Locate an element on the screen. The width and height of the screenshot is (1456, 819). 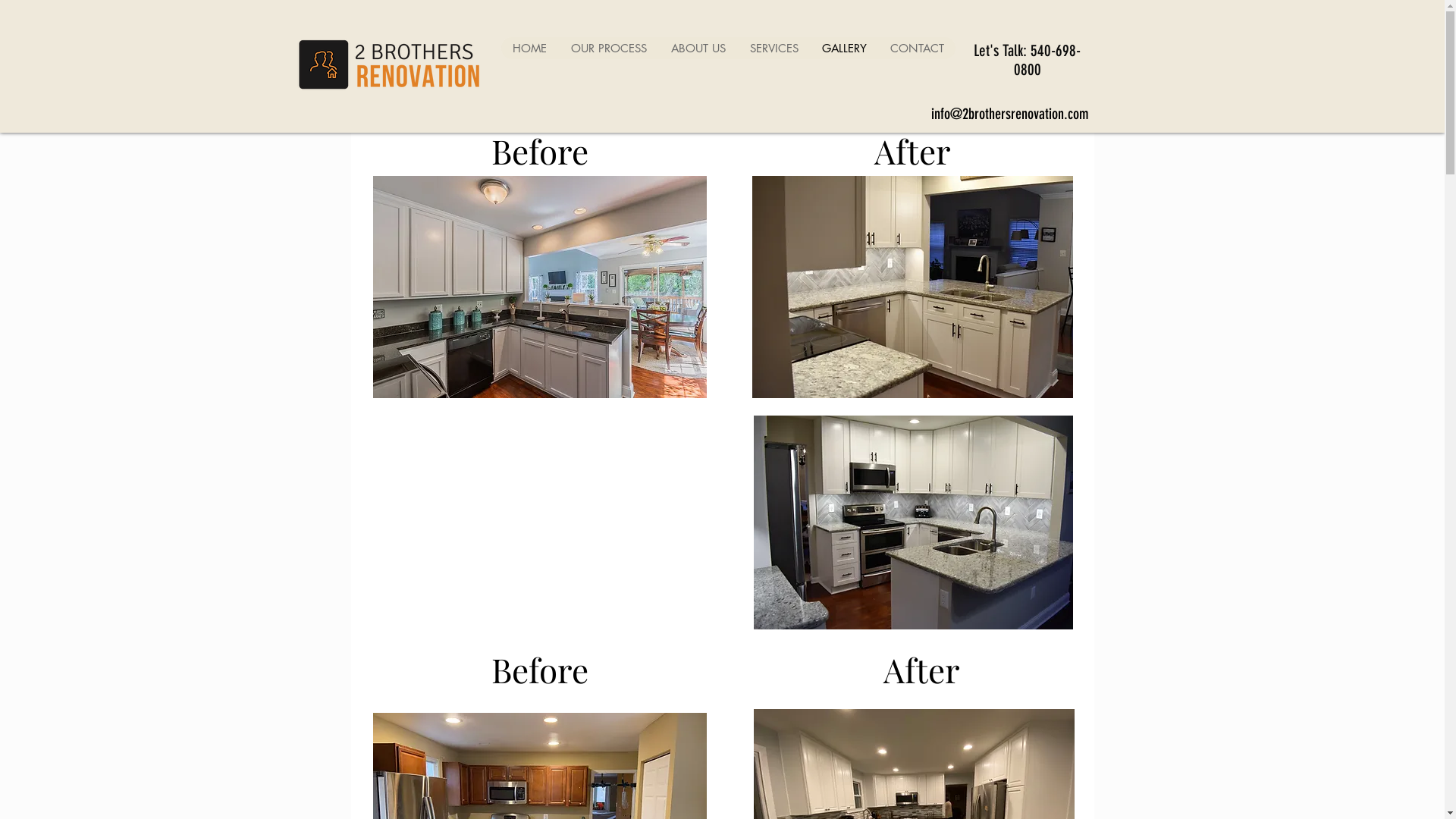
'HOME' is located at coordinates (500, 47).